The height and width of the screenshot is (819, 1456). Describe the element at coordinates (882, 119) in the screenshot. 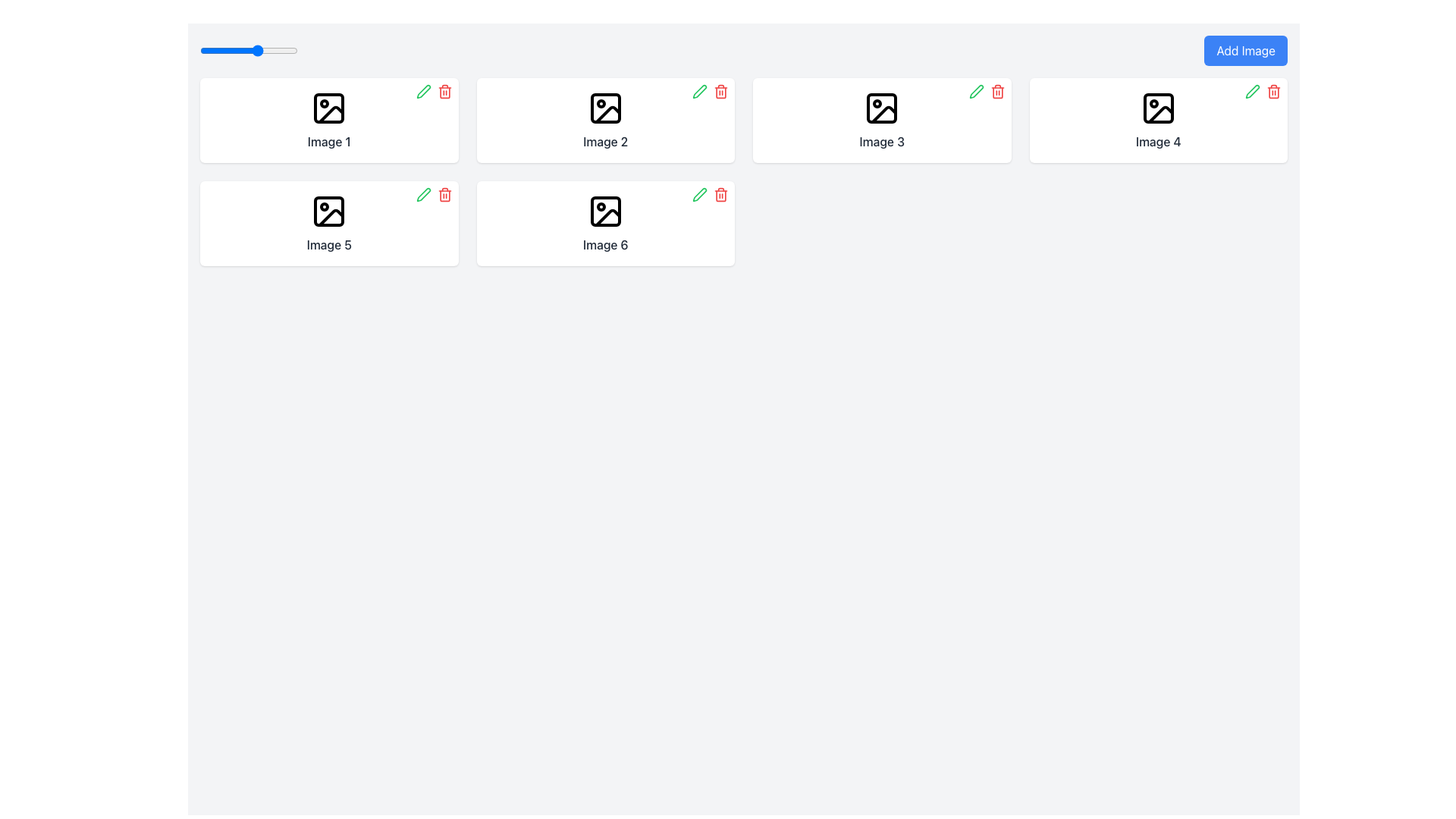

I see `the edit icon on the third image card in the gallery to modify the image details` at that location.